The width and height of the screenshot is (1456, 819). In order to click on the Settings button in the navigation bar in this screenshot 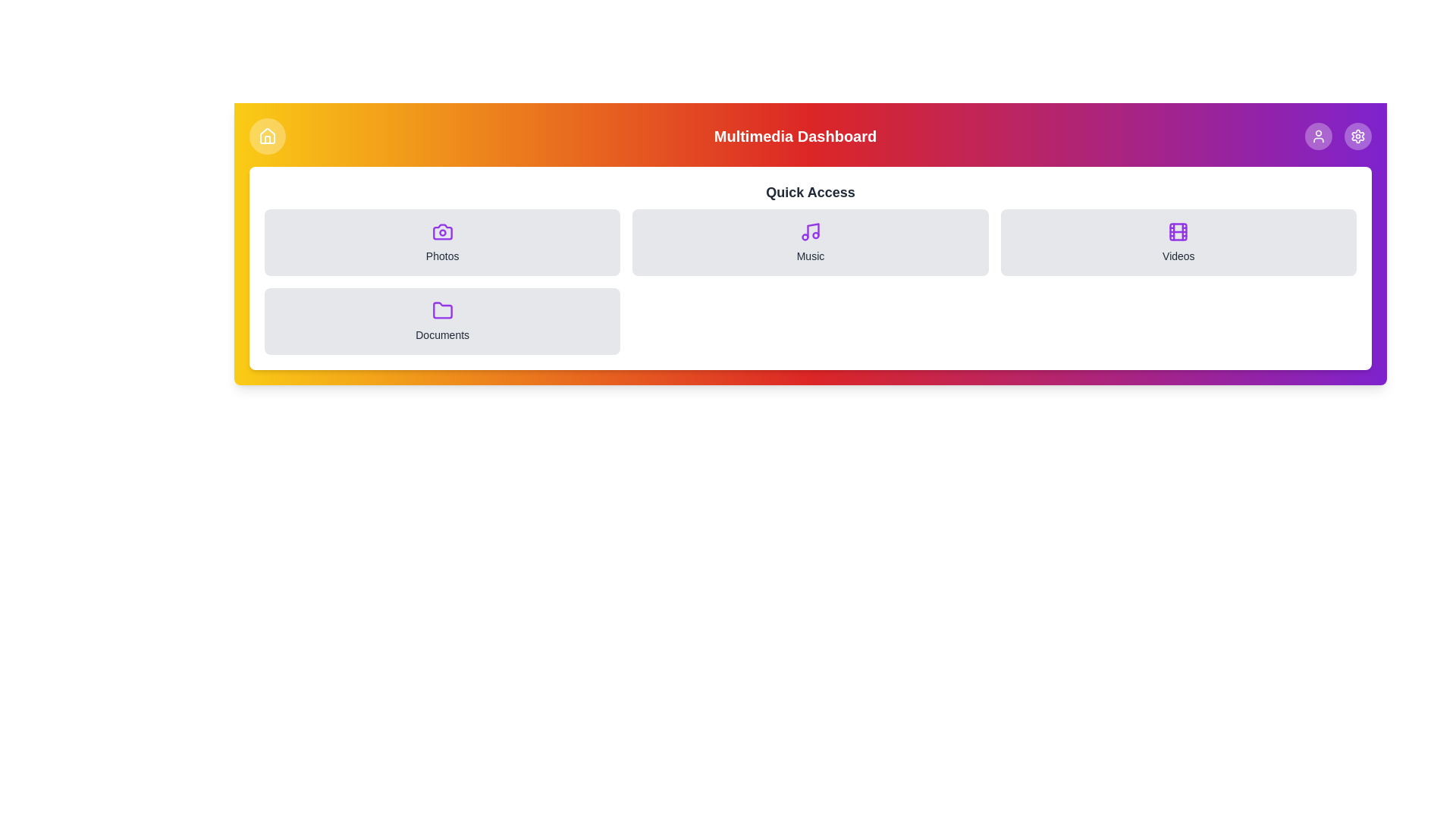, I will do `click(1357, 136)`.